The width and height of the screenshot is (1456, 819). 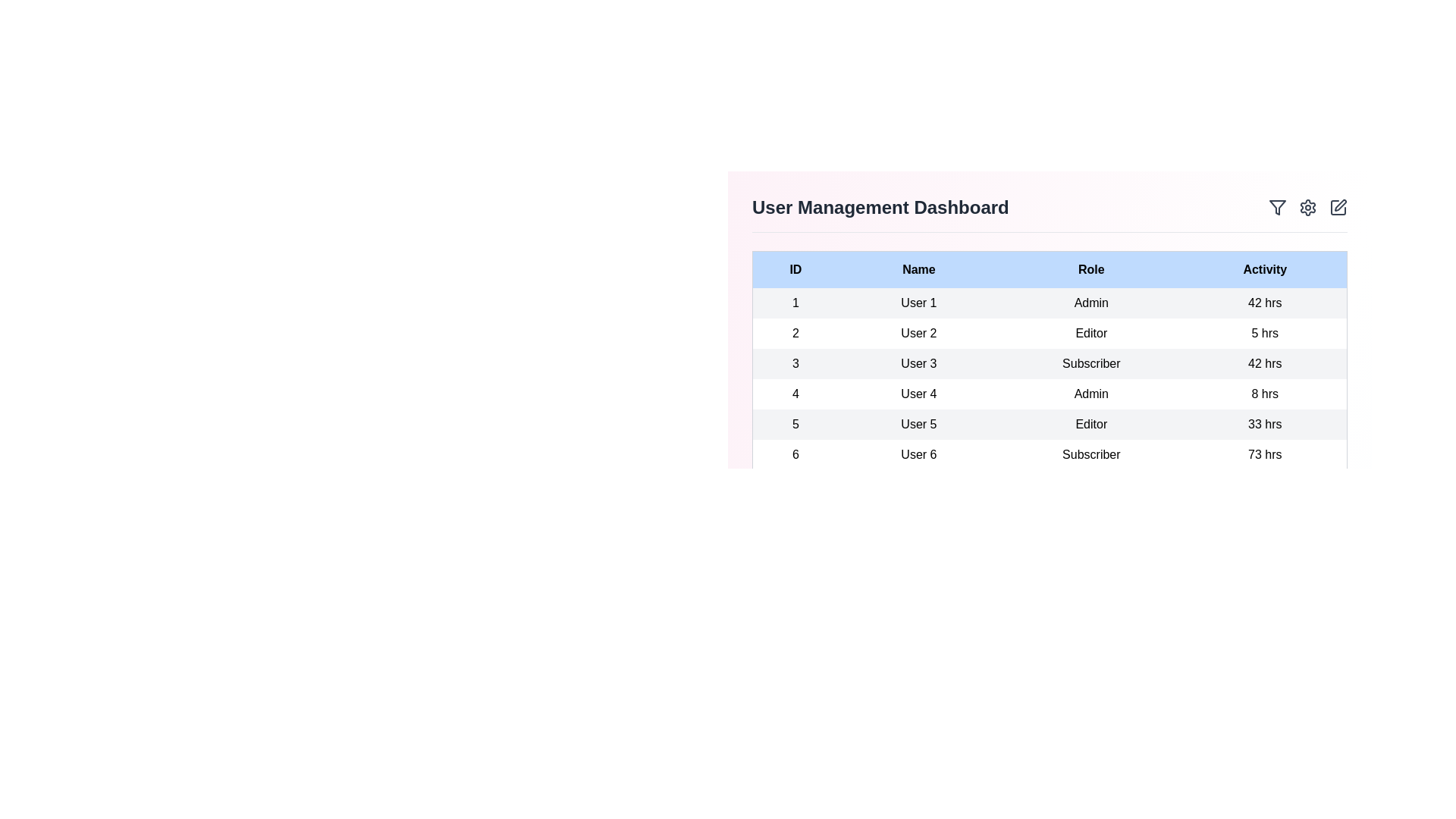 I want to click on the row corresponding to user ID 2, so click(x=1049, y=332).